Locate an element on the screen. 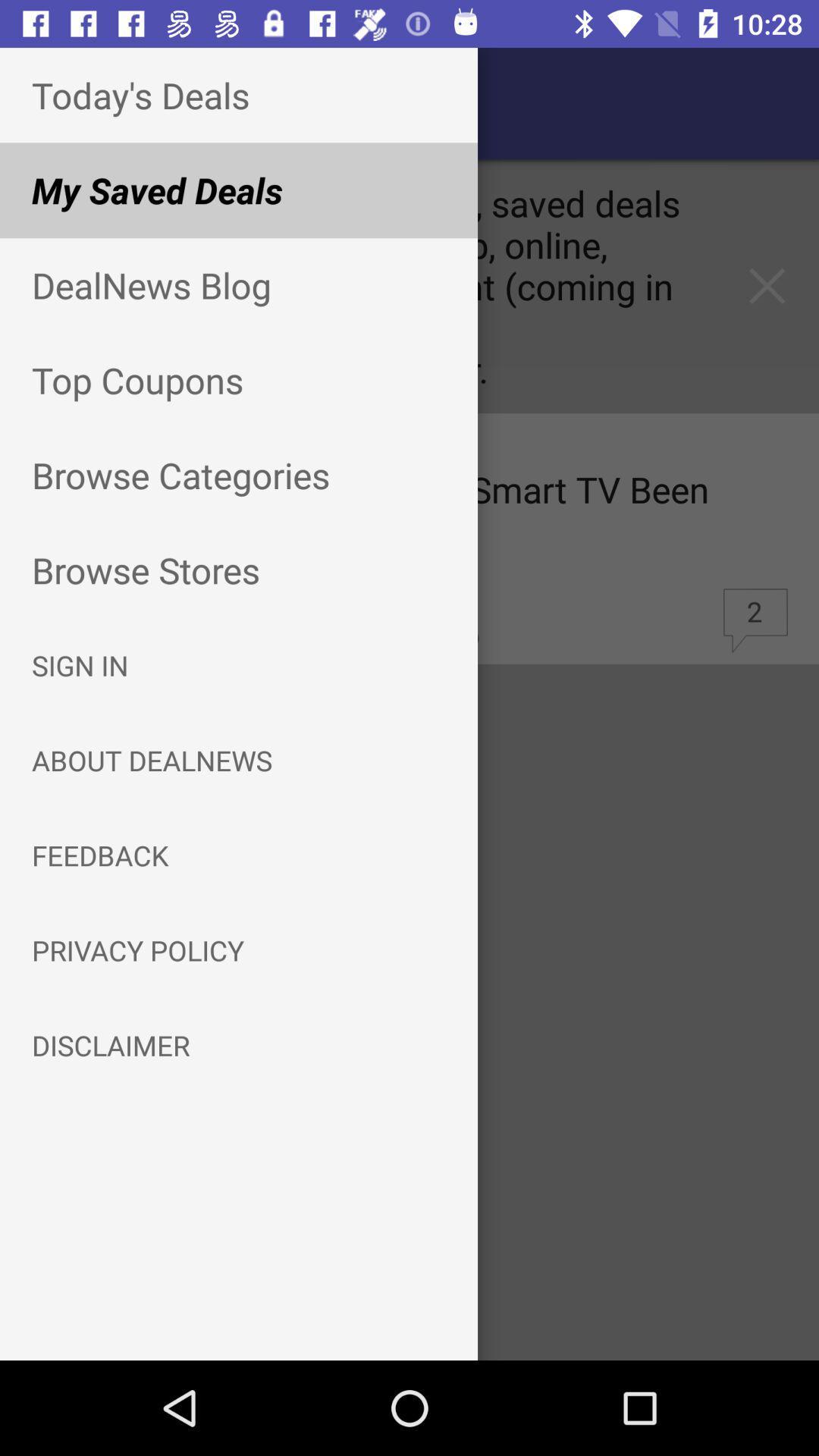 Image resolution: width=819 pixels, height=1456 pixels. the close icon is located at coordinates (767, 286).